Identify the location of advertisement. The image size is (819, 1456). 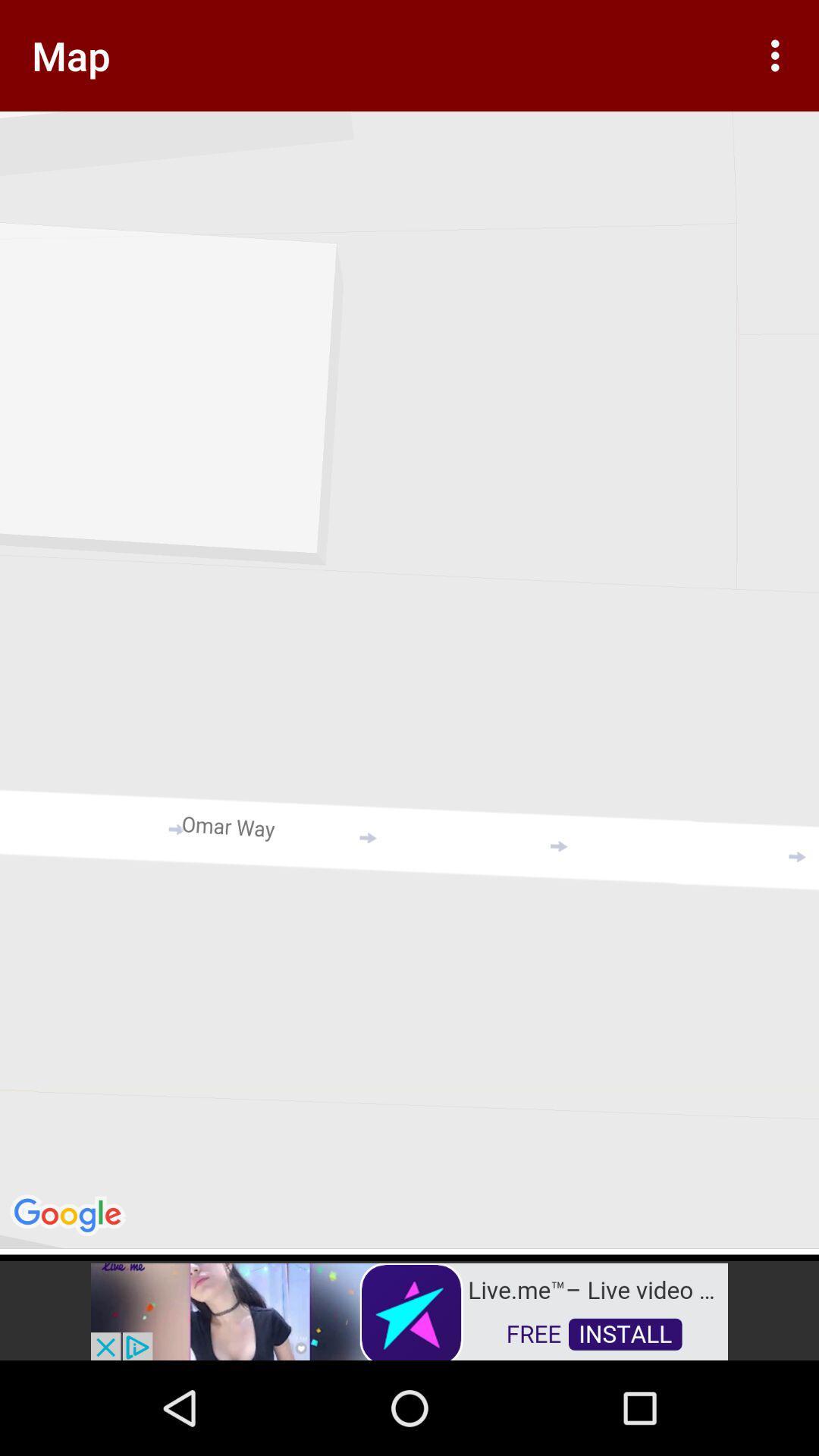
(409, 1310).